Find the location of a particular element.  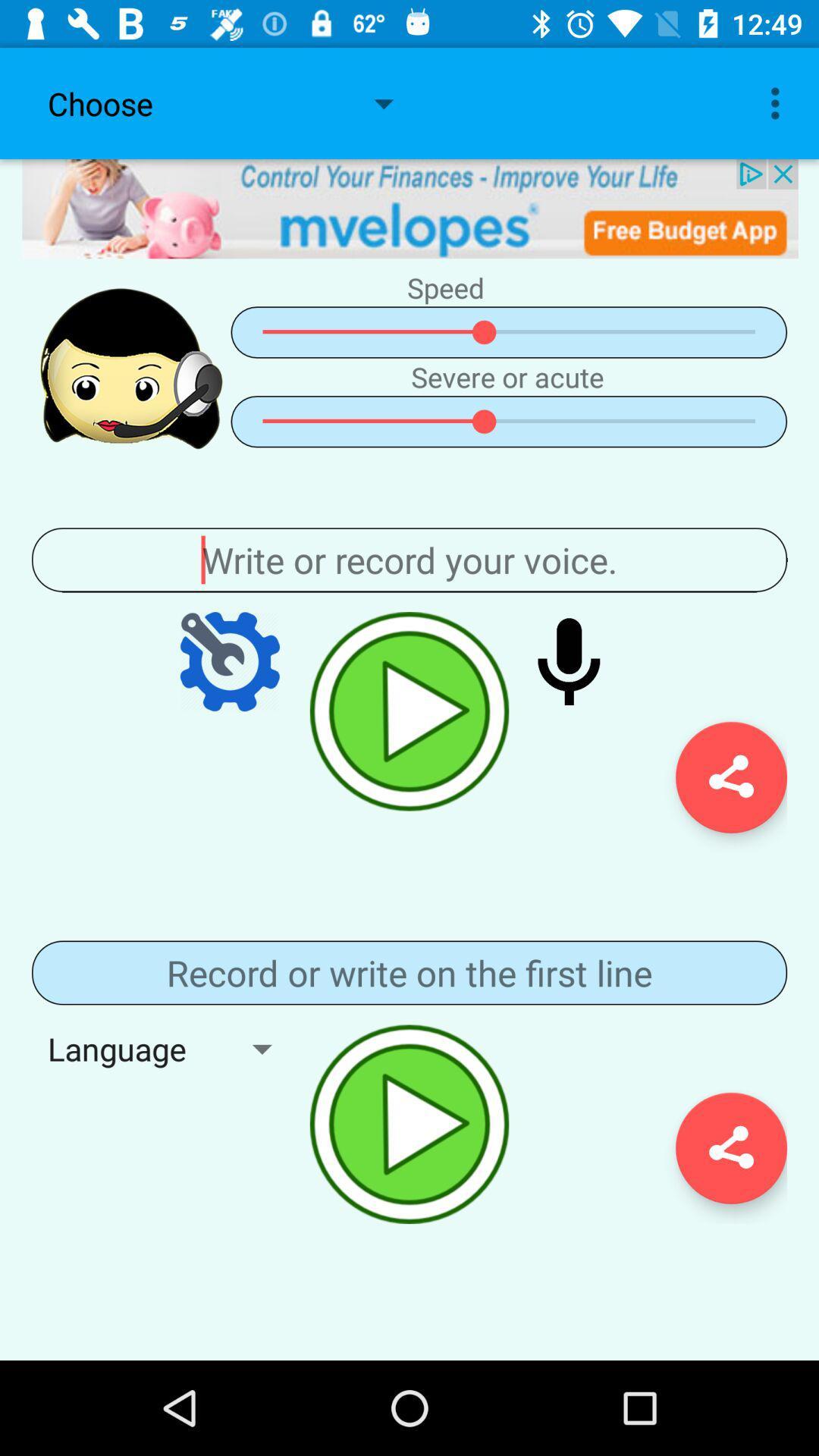

share button is located at coordinates (730, 1148).